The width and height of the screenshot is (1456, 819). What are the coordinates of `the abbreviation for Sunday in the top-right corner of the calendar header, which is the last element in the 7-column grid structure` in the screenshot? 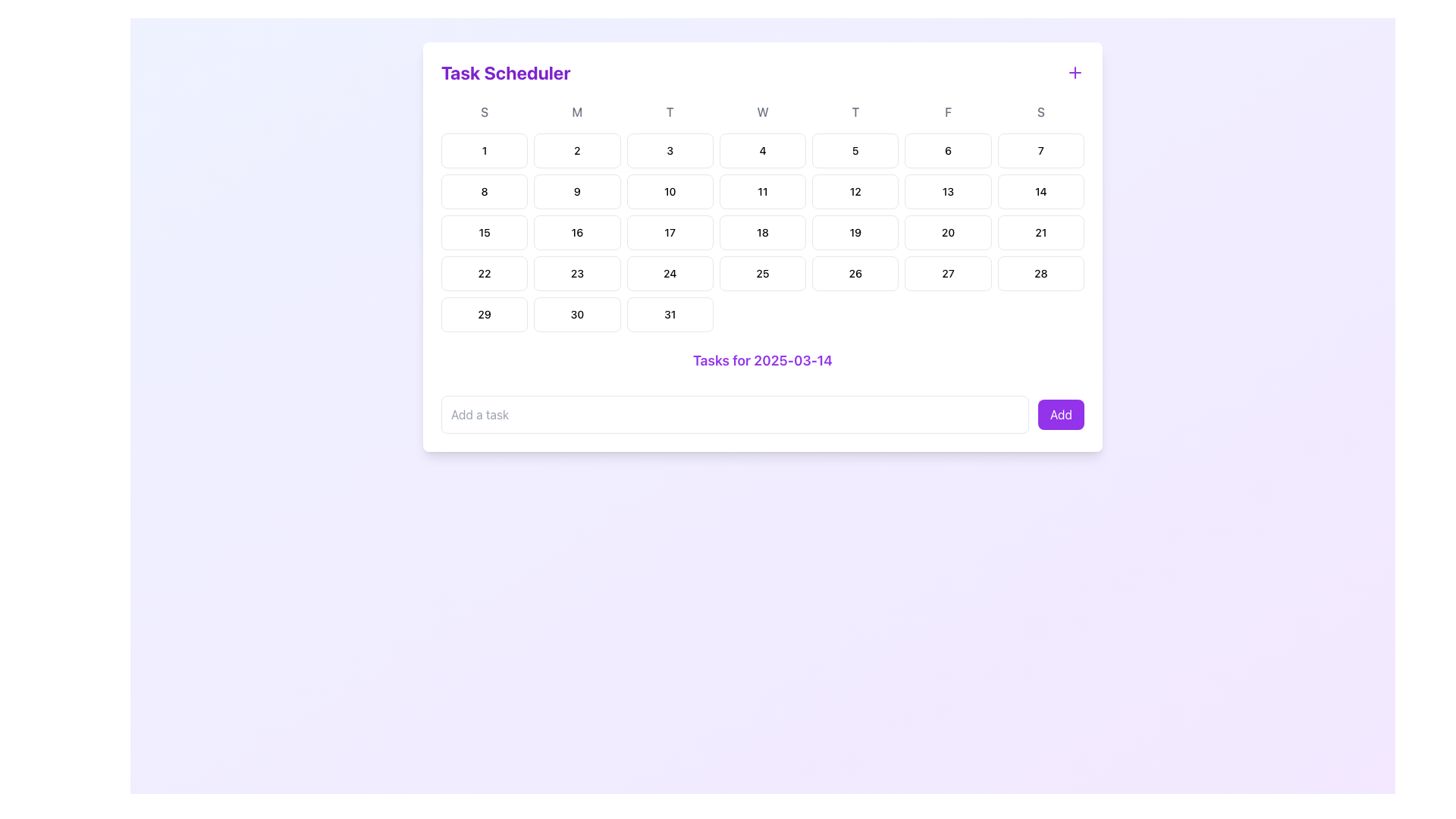 It's located at (1040, 111).